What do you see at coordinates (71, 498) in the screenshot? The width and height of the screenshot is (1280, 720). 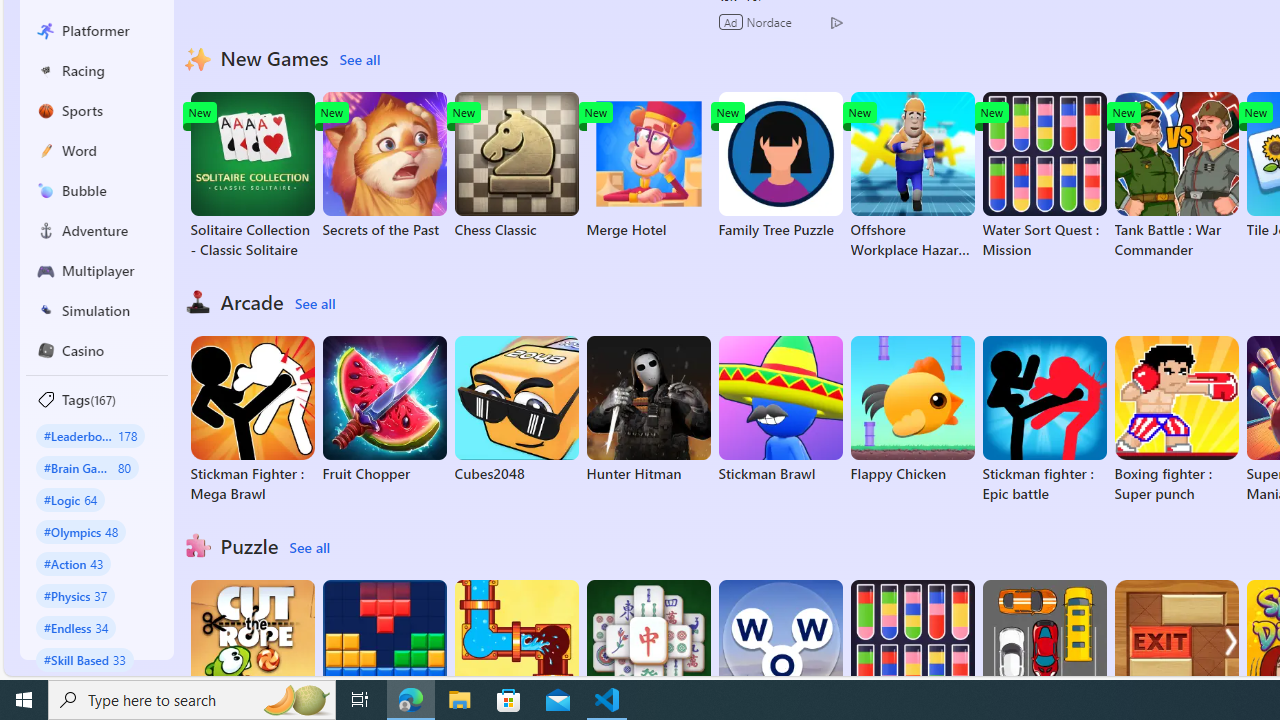 I see `'#Logic 64'` at bounding box center [71, 498].